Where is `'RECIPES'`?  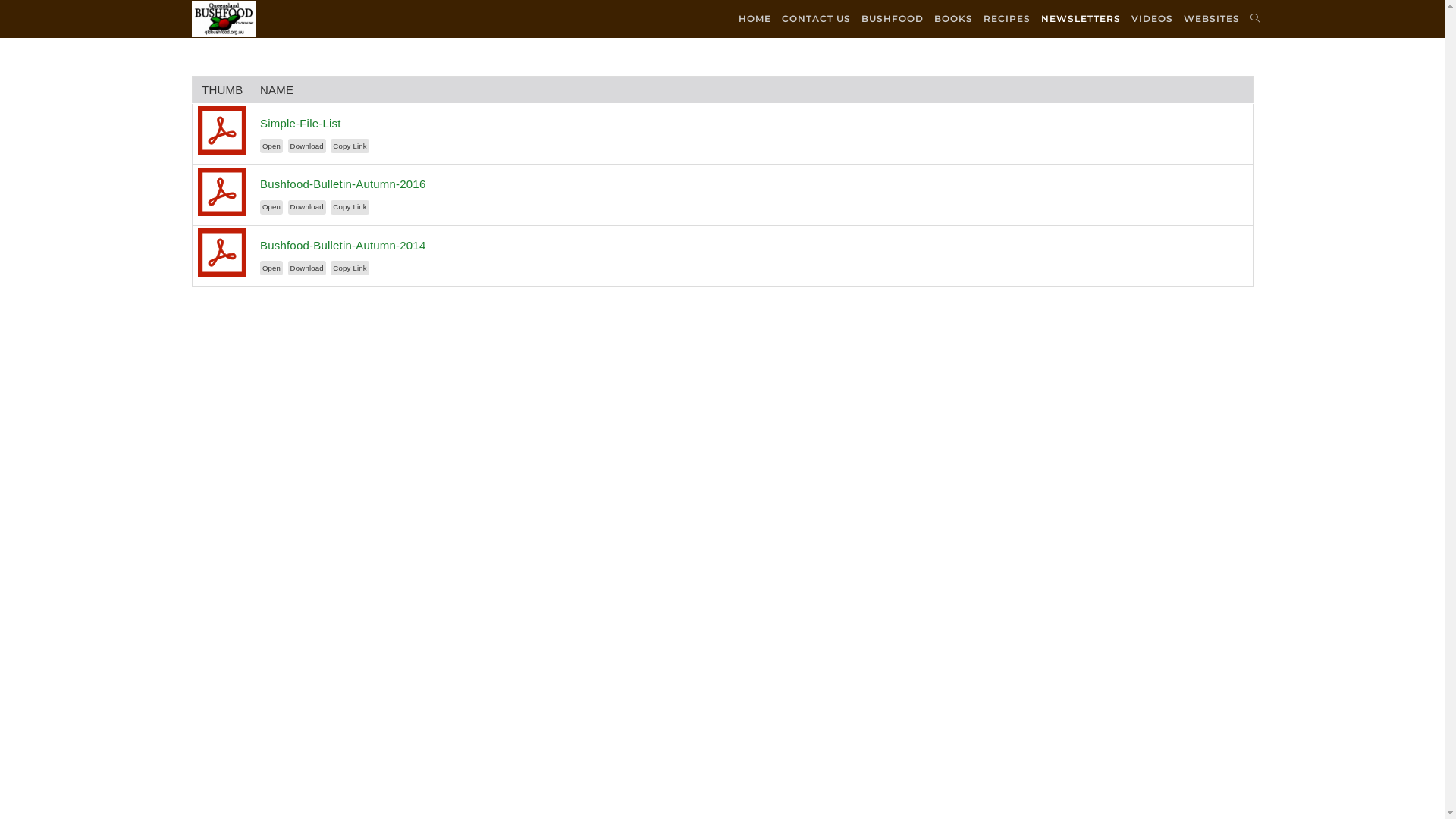 'RECIPES' is located at coordinates (1007, 18).